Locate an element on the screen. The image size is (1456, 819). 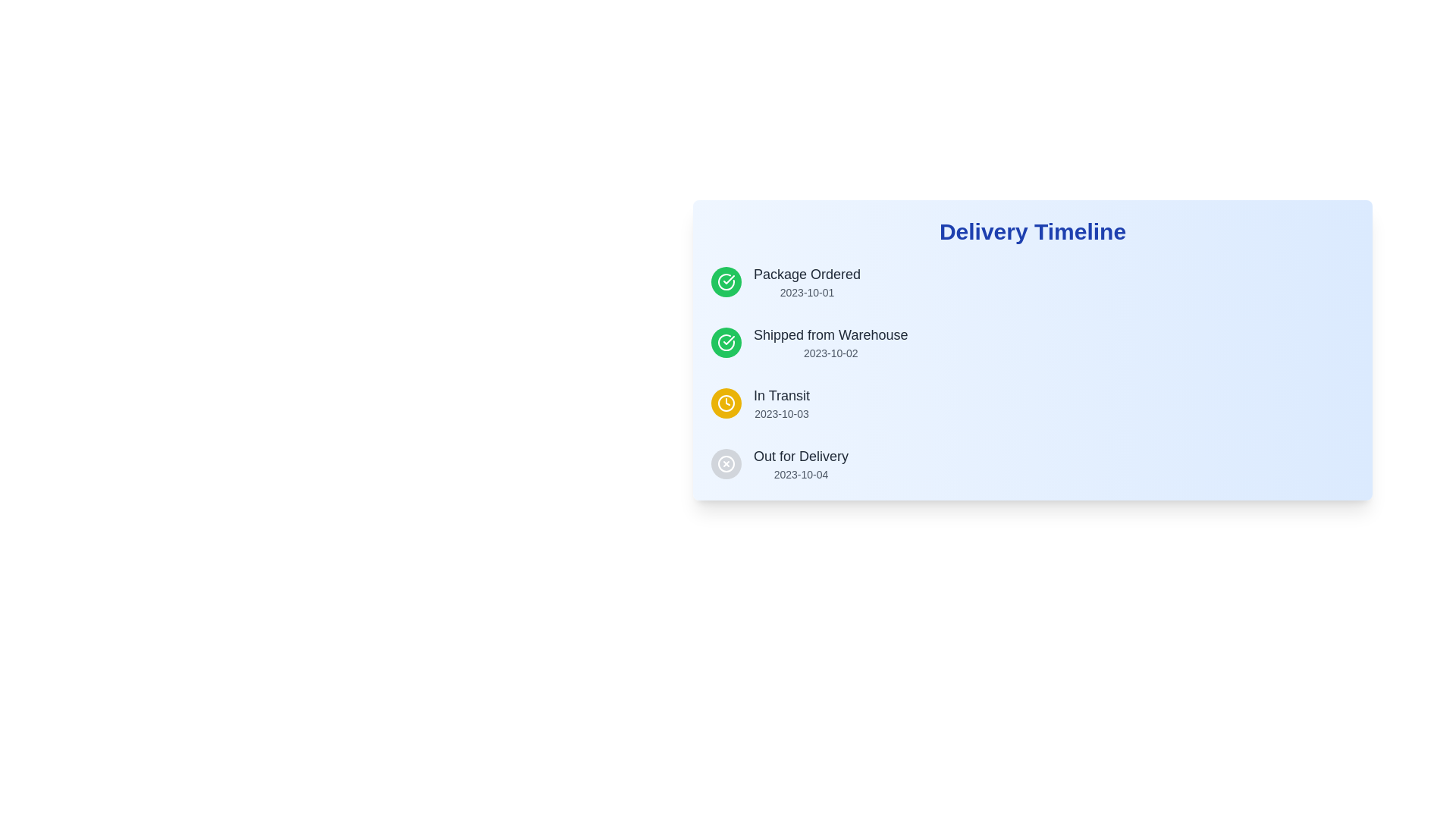
text label displaying 'In Transit' which is located in the third row of the delivery timeline interface, positioned below the clock icon and above the date '2023-10-03' is located at coordinates (782, 394).